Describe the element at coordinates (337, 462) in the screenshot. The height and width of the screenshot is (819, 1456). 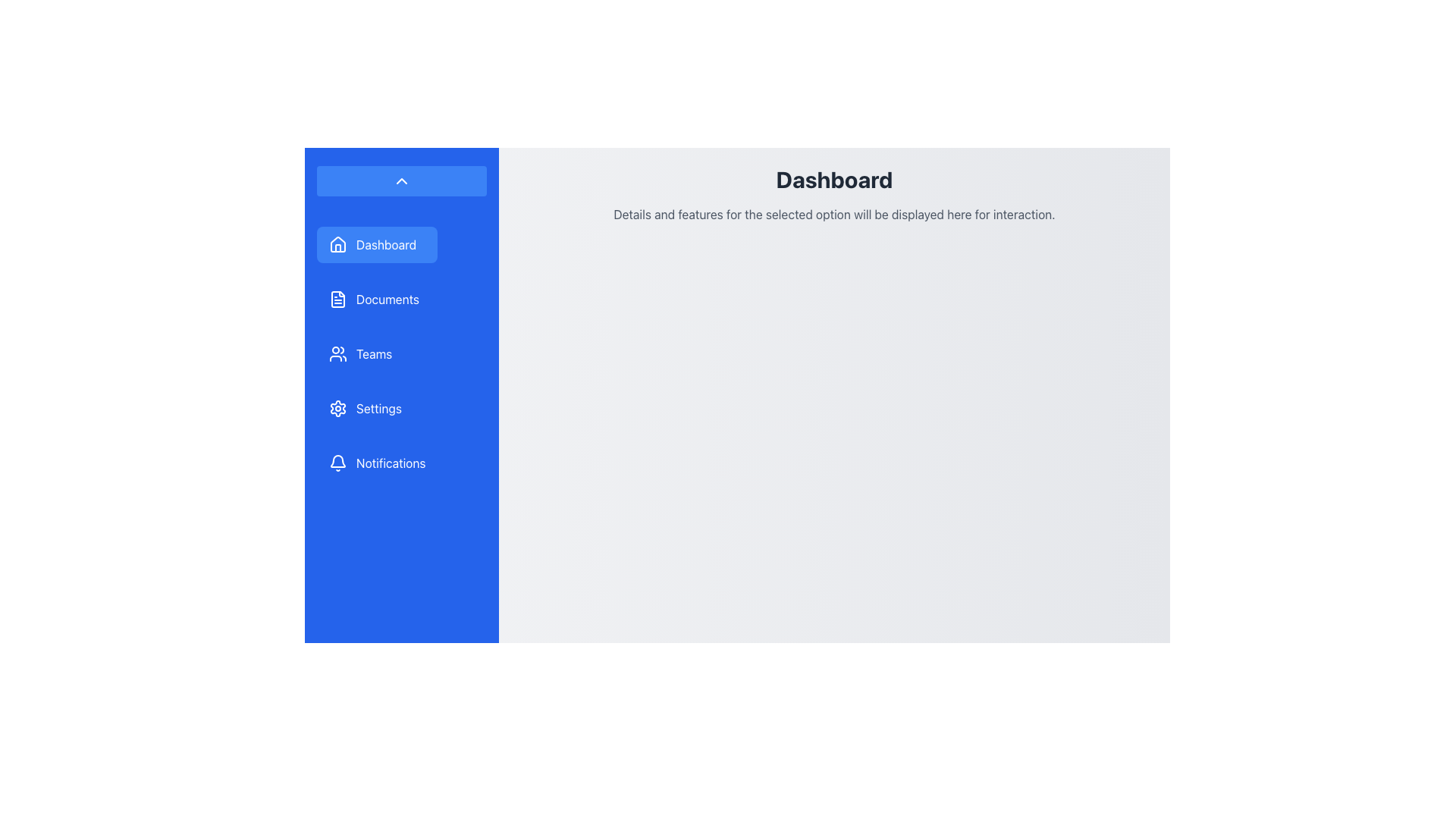
I see `the bell icon representing the 'Notifications' section in the vertical navigation bar, located below the 'Settings' menu item` at that location.